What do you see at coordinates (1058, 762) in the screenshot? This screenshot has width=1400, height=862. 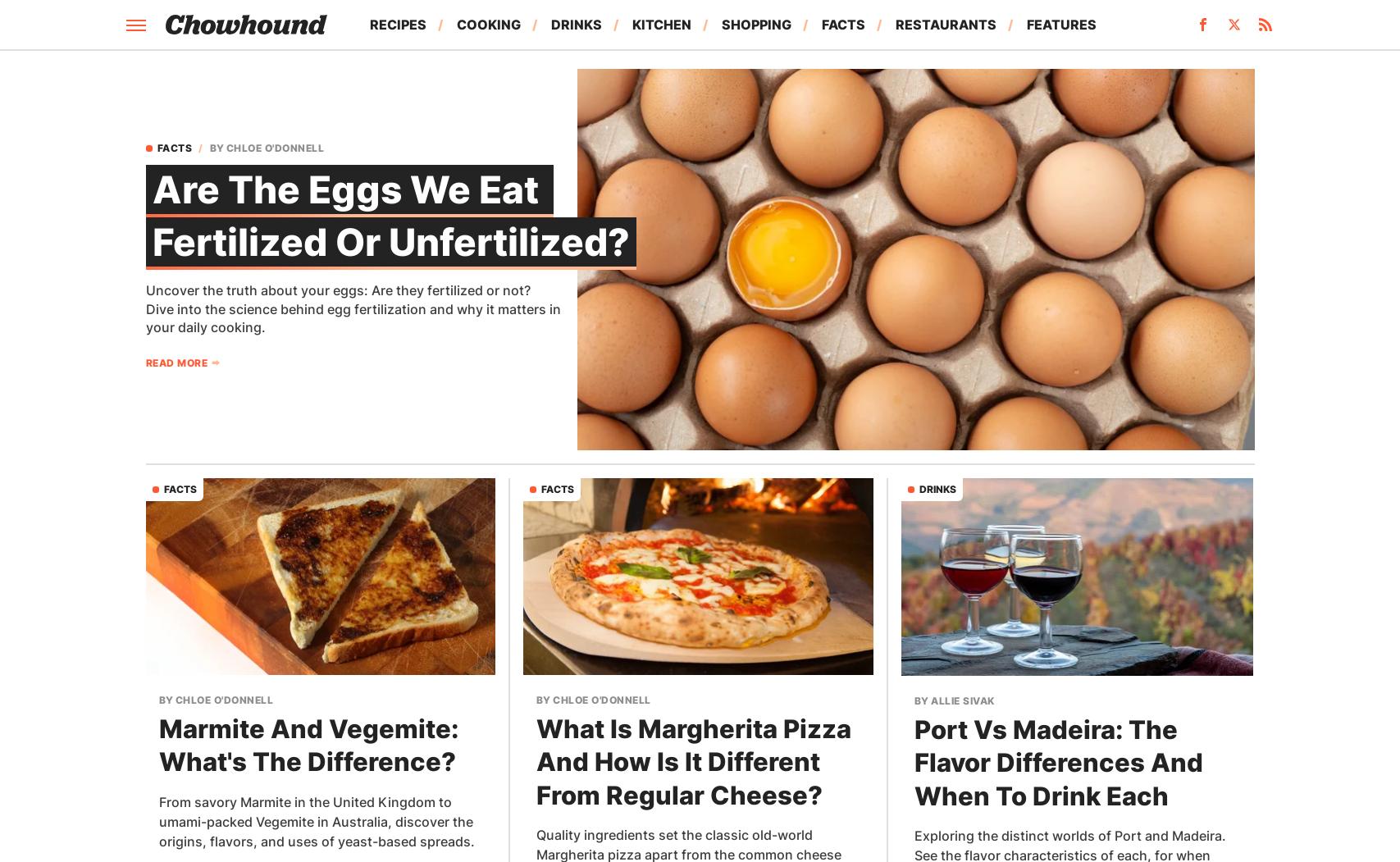 I see `'Port Vs Madeira: The Flavor Differences And When To Drink Each'` at bounding box center [1058, 762].